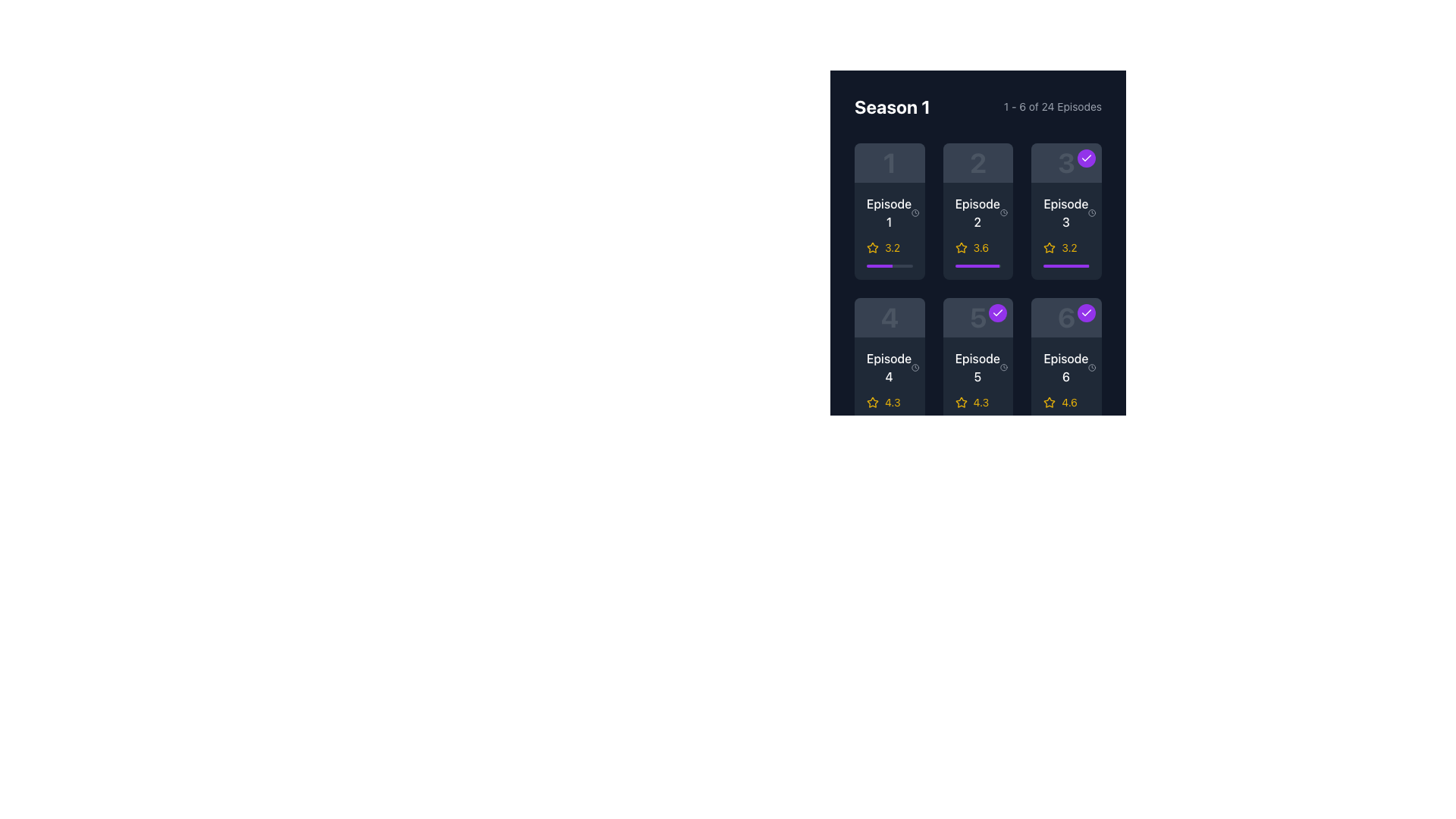 The height and width of the screenshot is (819, 1456). Describe the element at coordinates (977, 265) in the screenshot. I see `the vivid purple progress bar segment located in the second row, second column card of the episode grid, beneath the rating text` at that location.